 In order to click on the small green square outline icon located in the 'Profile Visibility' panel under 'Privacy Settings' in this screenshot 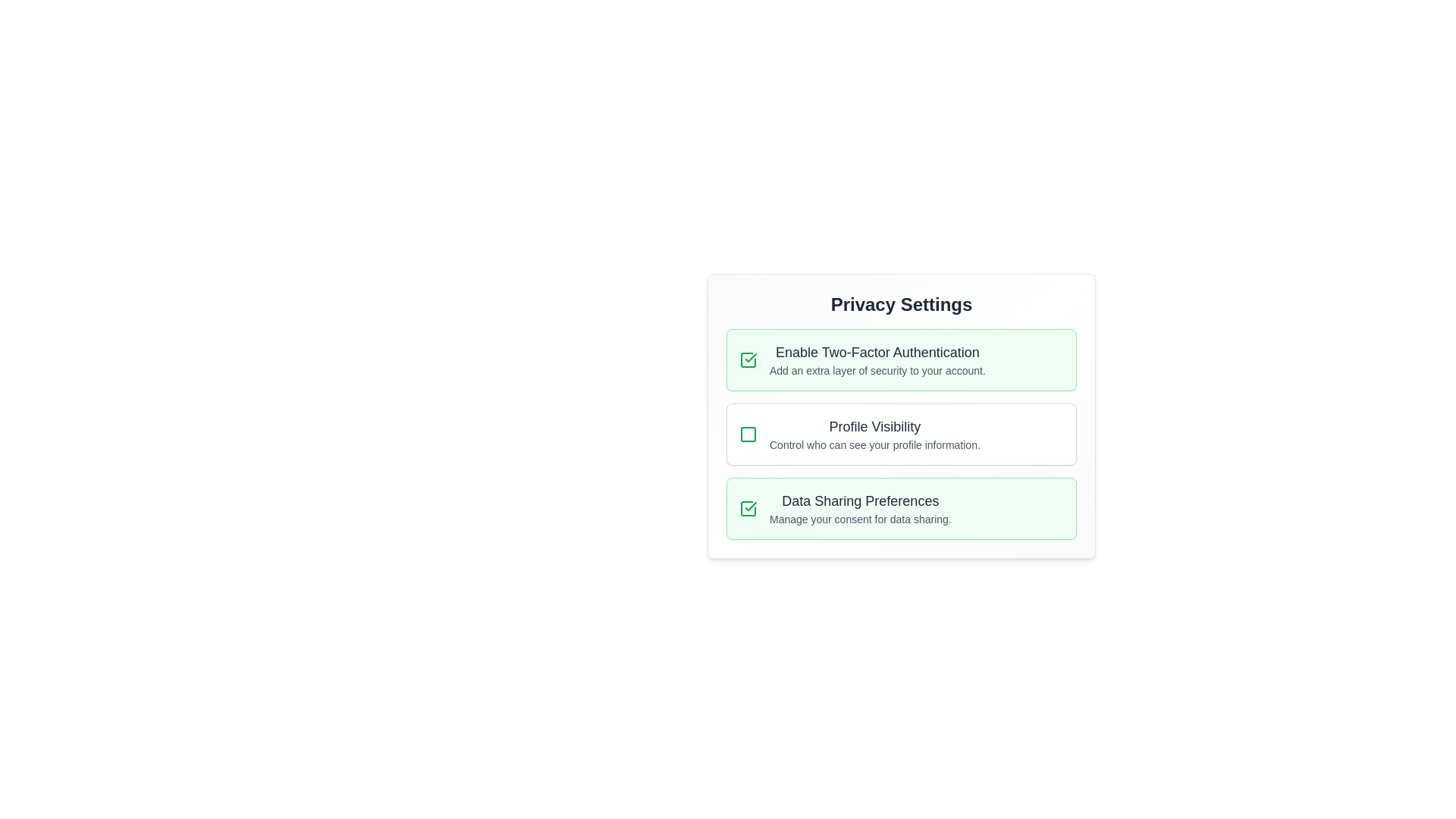, I will do `click(748, 435)`.